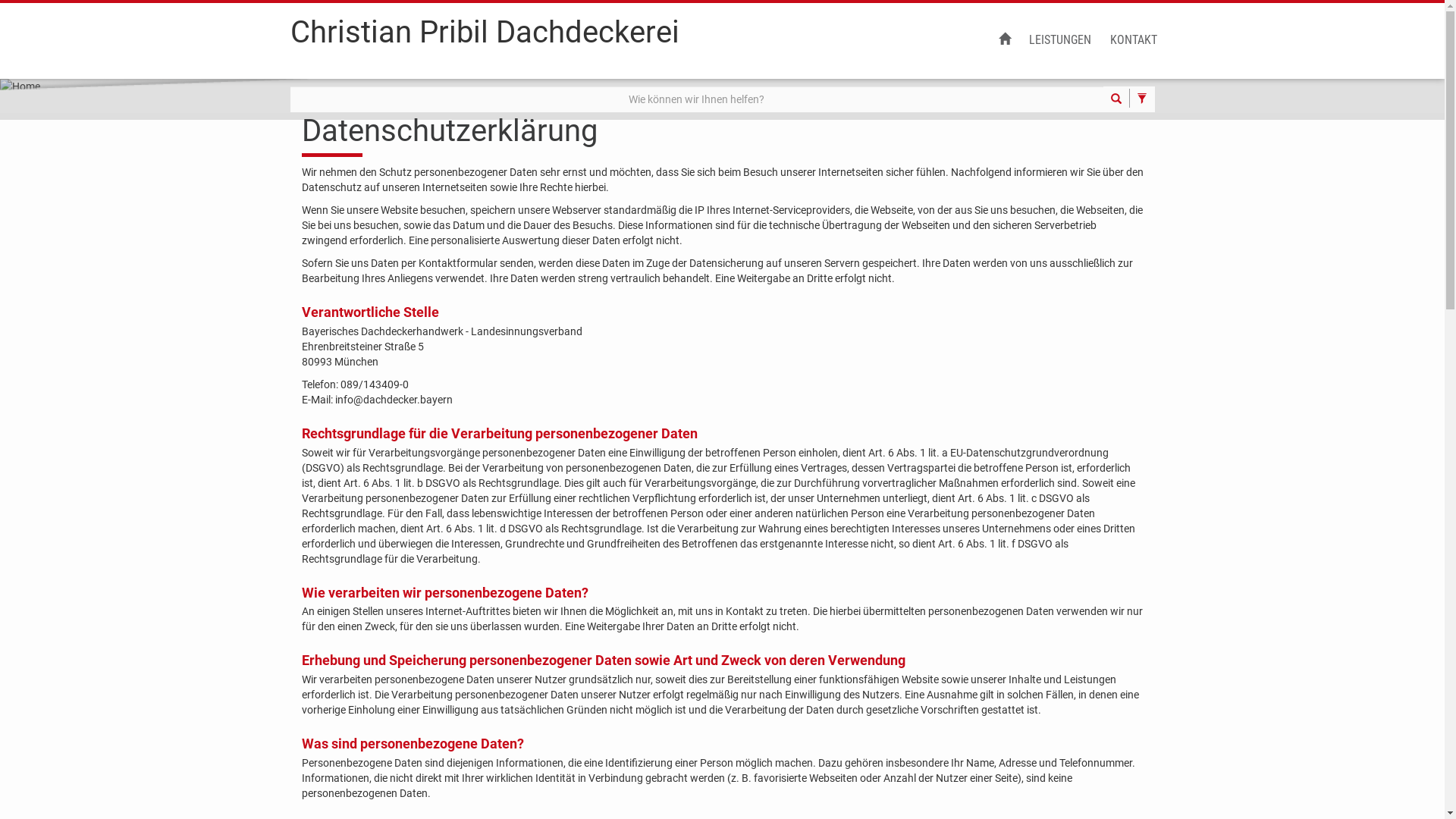 Image resolution: width=1456 pixels, height=819 pixels. I want to click on 'KONTAKT', so click(1100, 40).